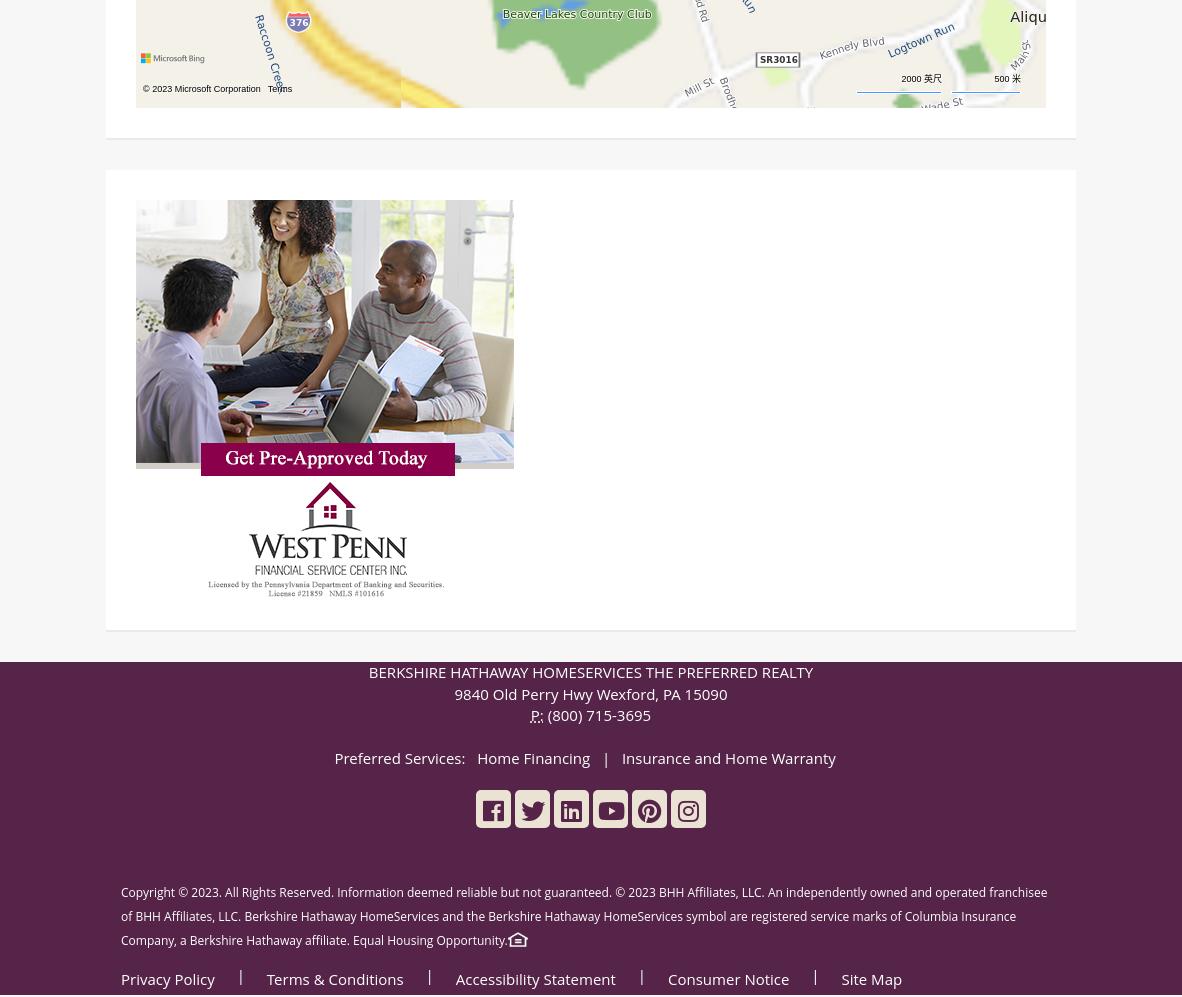  What do you see at coordinates (404, 761) in the screenshot?
I see `'Preferred Services:'` at bounding box center [404, 761].